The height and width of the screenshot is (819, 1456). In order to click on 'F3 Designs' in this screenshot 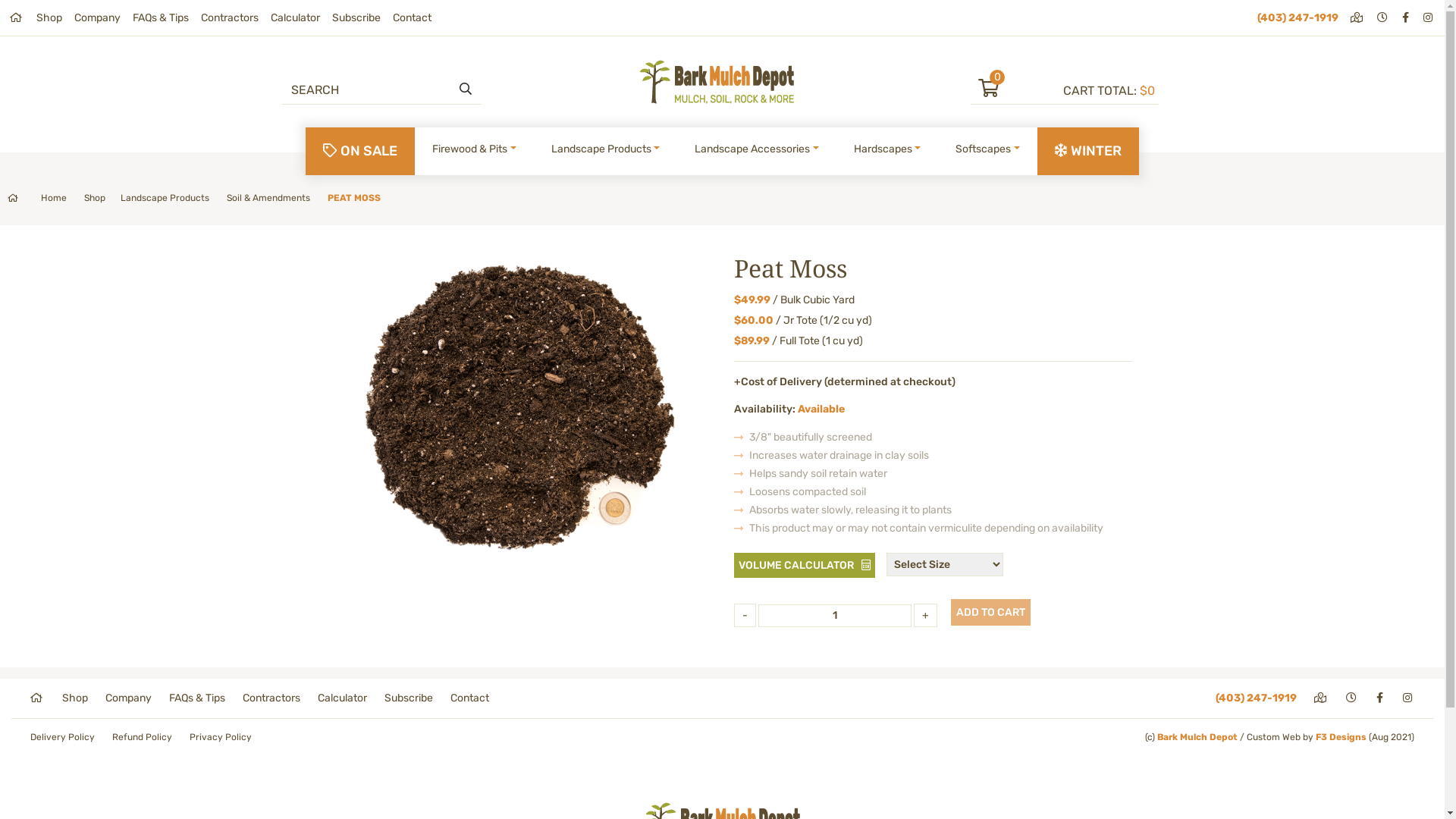, I will do `click(1341, 736)`.